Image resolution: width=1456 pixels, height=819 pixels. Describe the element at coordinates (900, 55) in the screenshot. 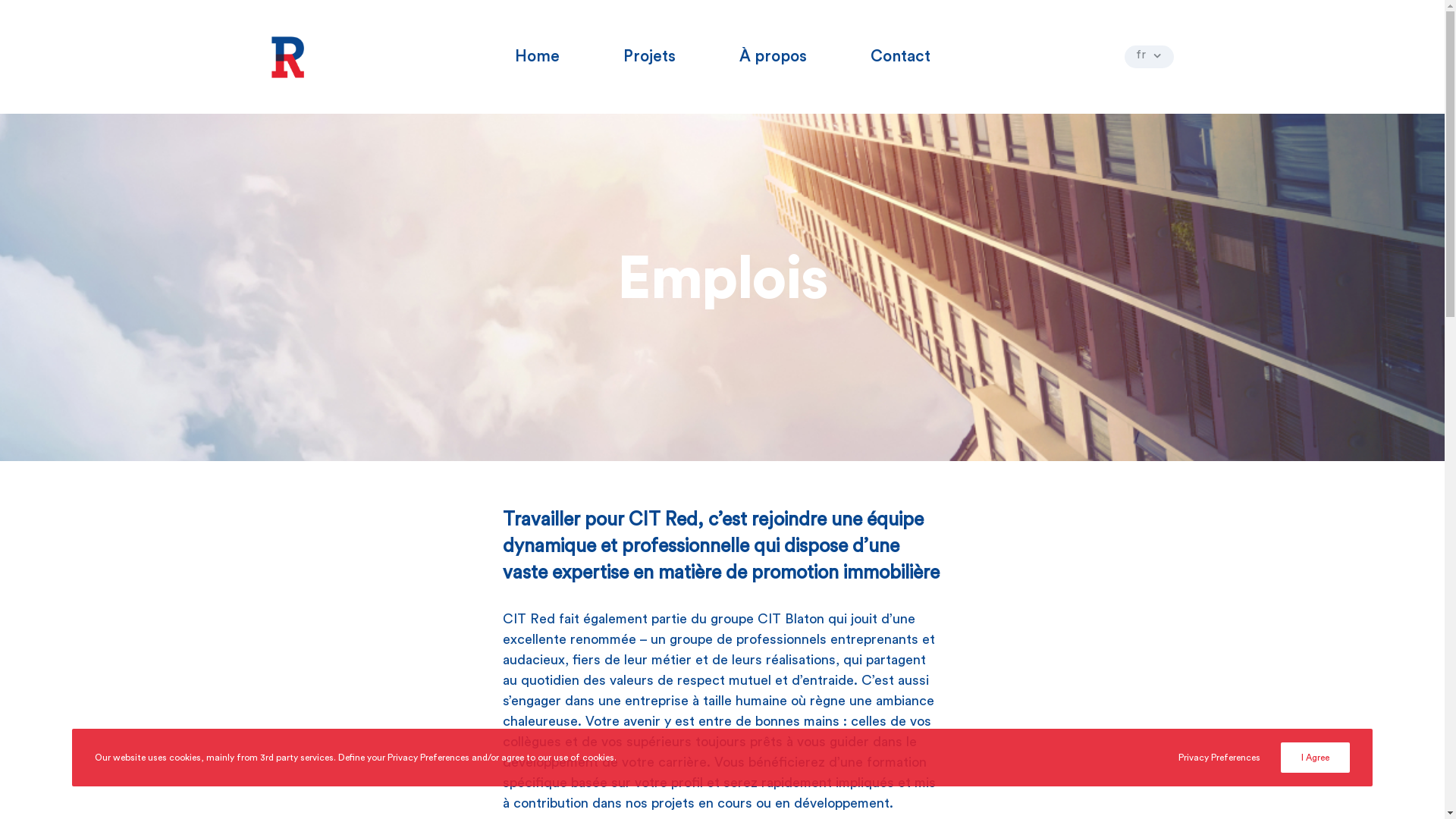

I see `'Contact'` at that location.